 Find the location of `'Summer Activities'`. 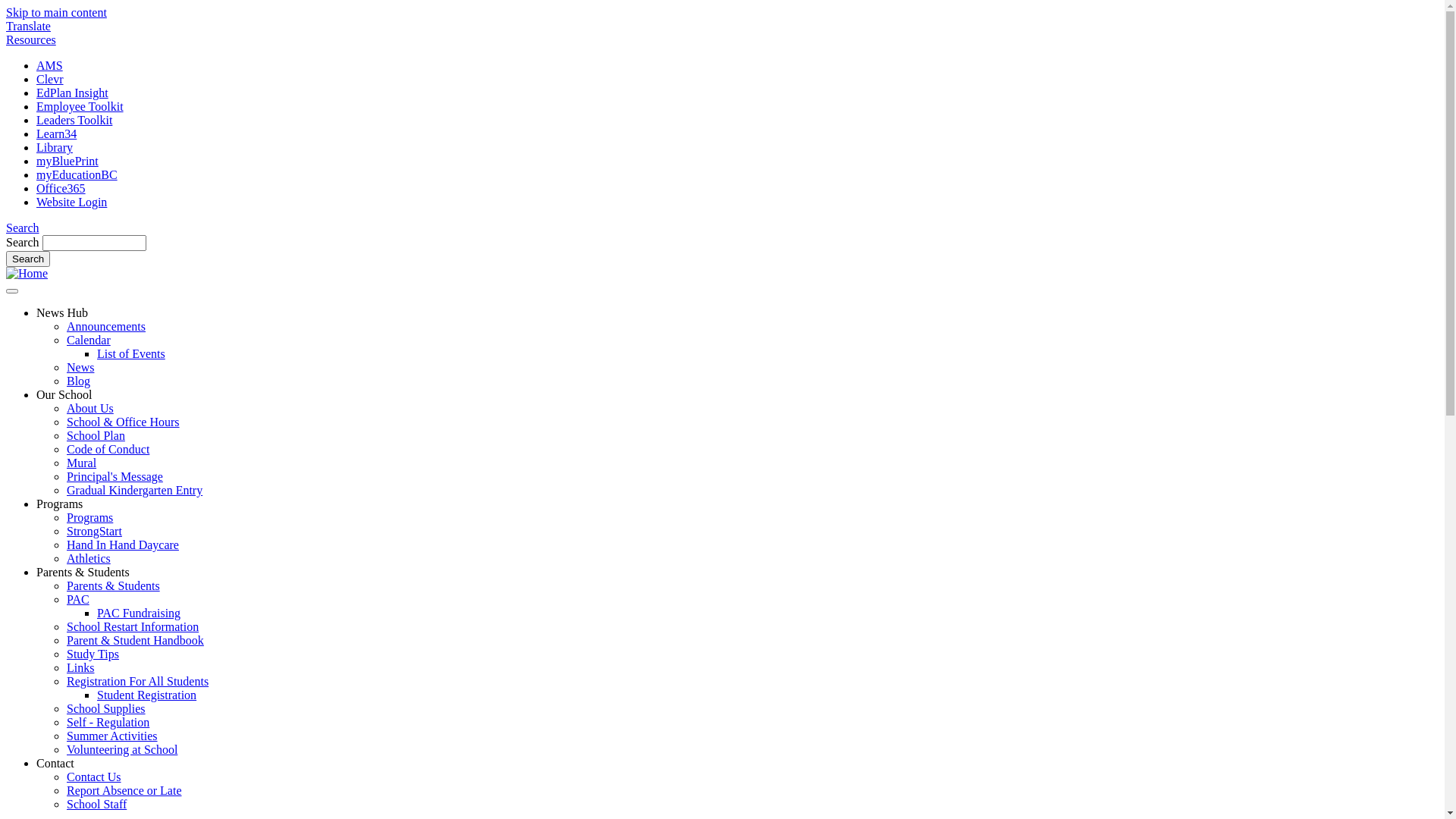

'Summer Activities' is located at coordinates (65, 735).